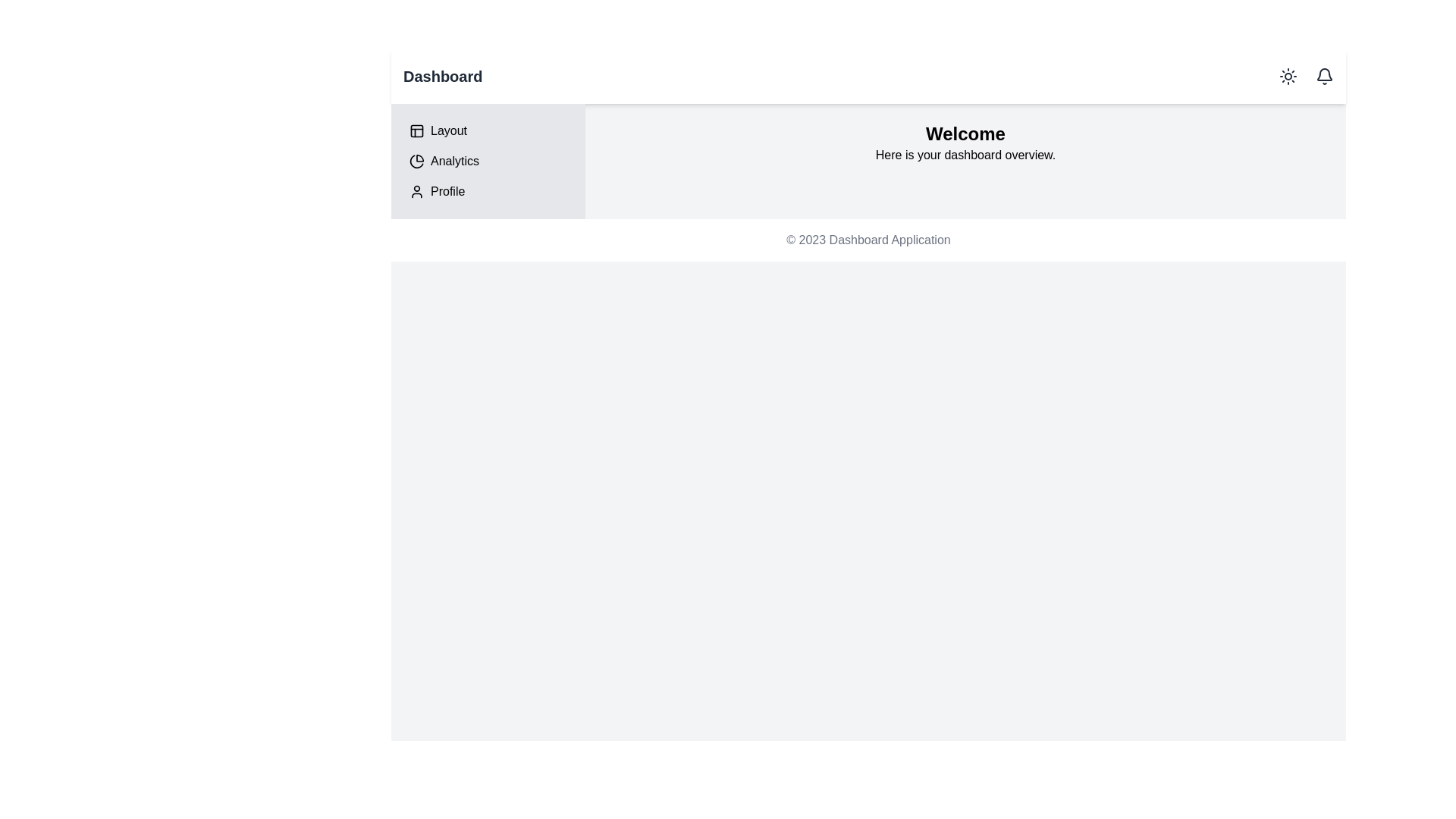 The width and height of the screenshot is (1456, 819). Describe the element at coordinates (1288, 76) in the screenshot. I see `the theme-switching icon located in the top navigation bar, adjacent to the bell icon` at that location.